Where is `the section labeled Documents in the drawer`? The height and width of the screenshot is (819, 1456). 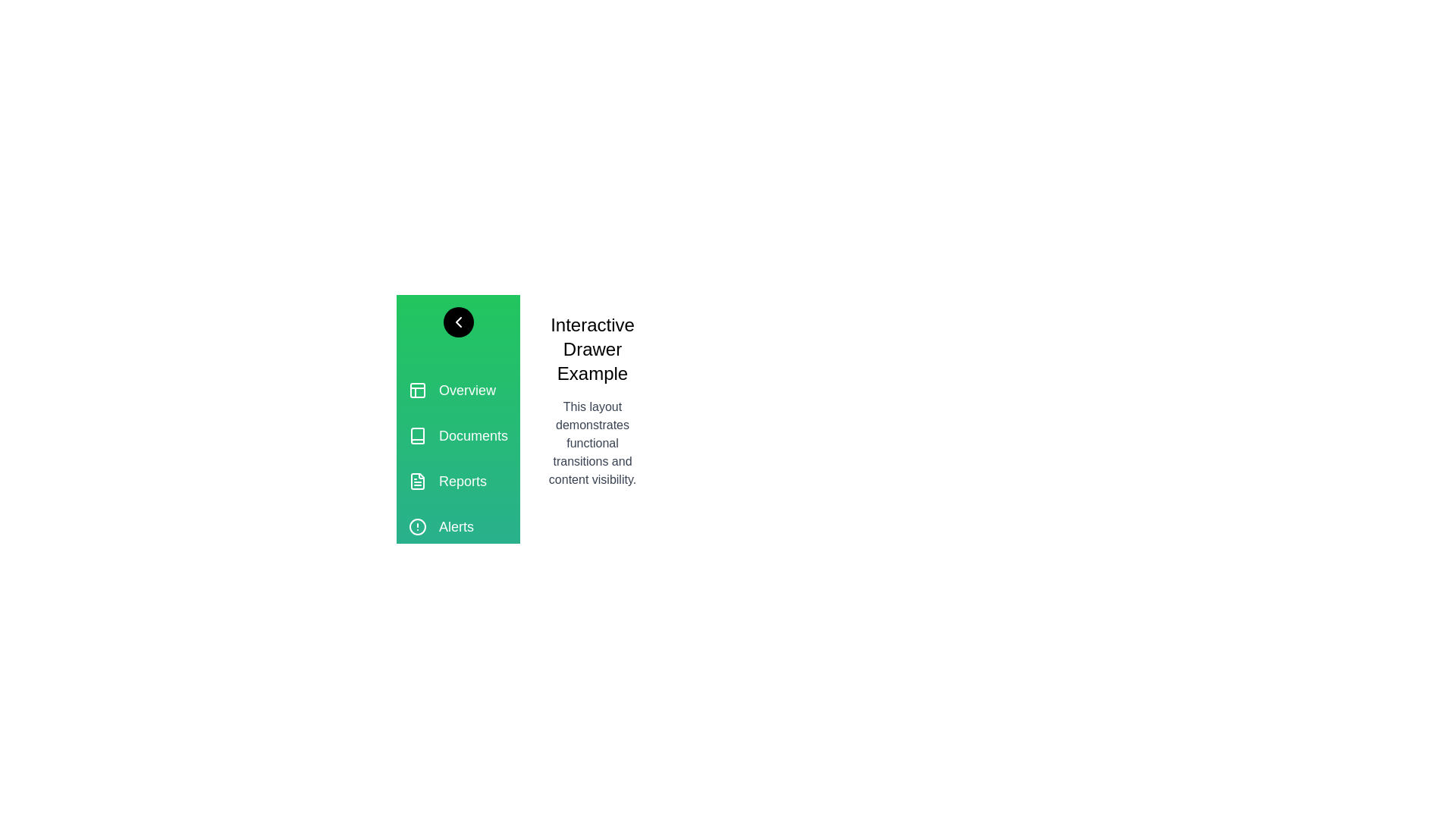
the section labeled Documents in the drawer is located at coordinates (457, 435).